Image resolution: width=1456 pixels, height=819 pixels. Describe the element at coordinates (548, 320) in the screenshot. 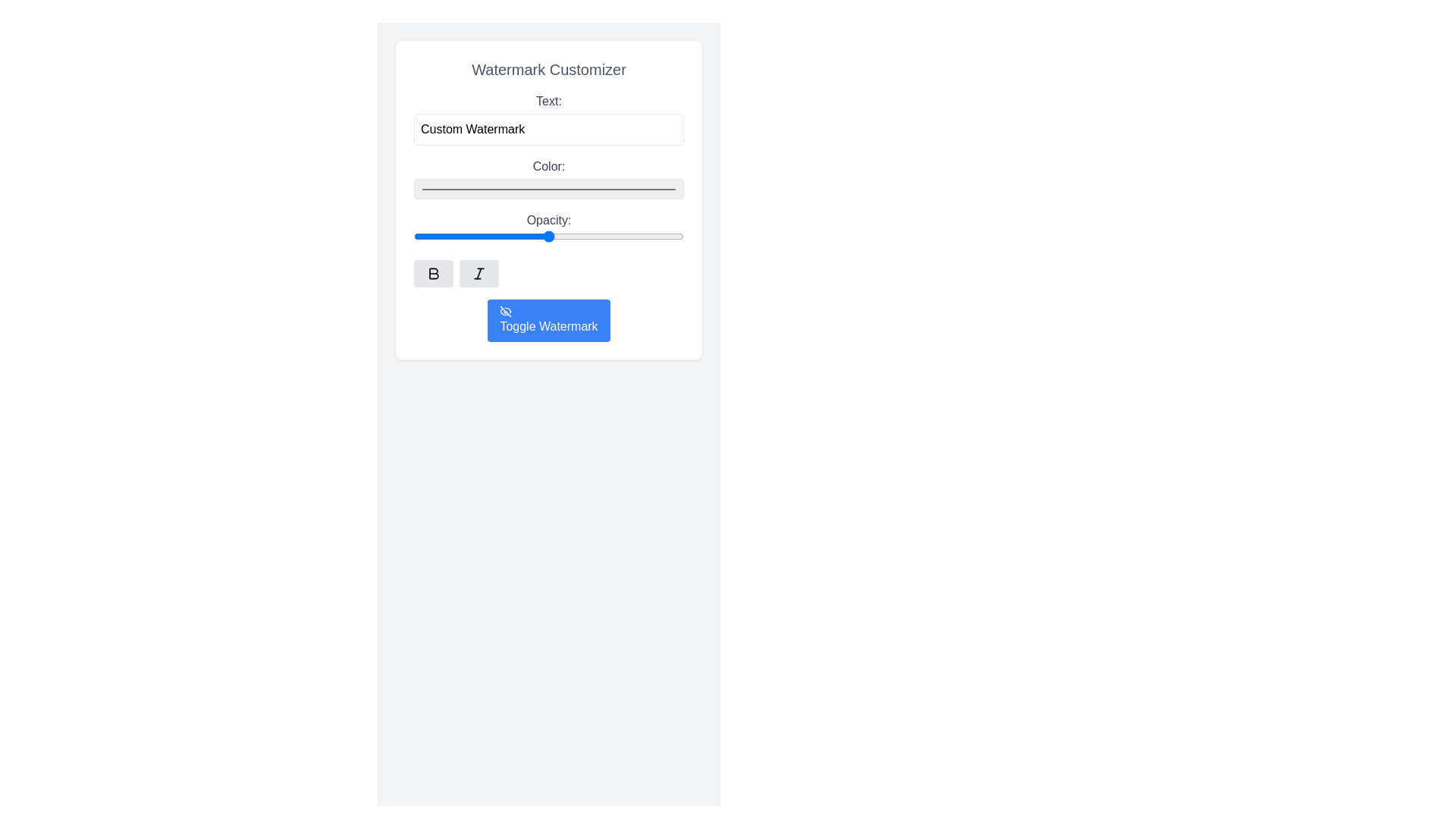

I see `the button that toggles the visibility of a watermark, located at the bottom of the 'Watermark Customizer' section` at that location.